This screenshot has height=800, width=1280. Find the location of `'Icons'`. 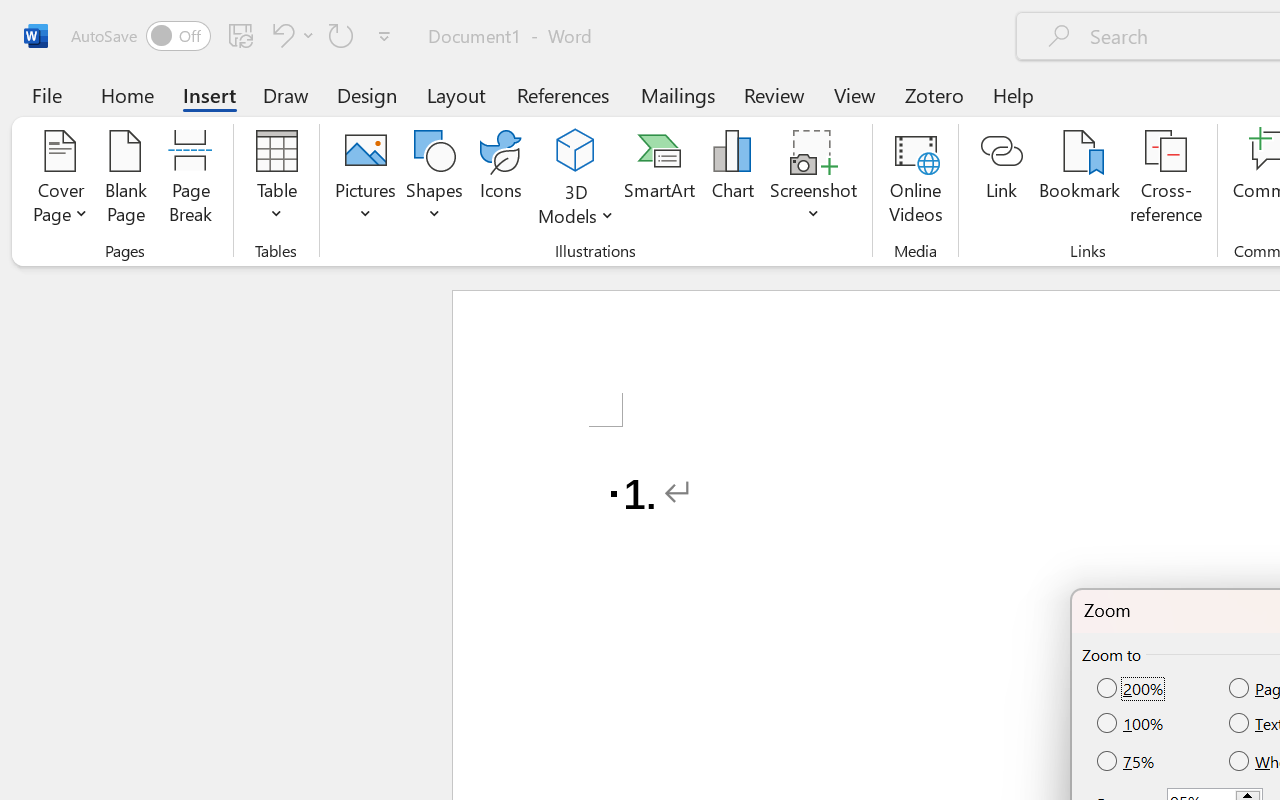

'Icons' is located at coordinates (501, 179).